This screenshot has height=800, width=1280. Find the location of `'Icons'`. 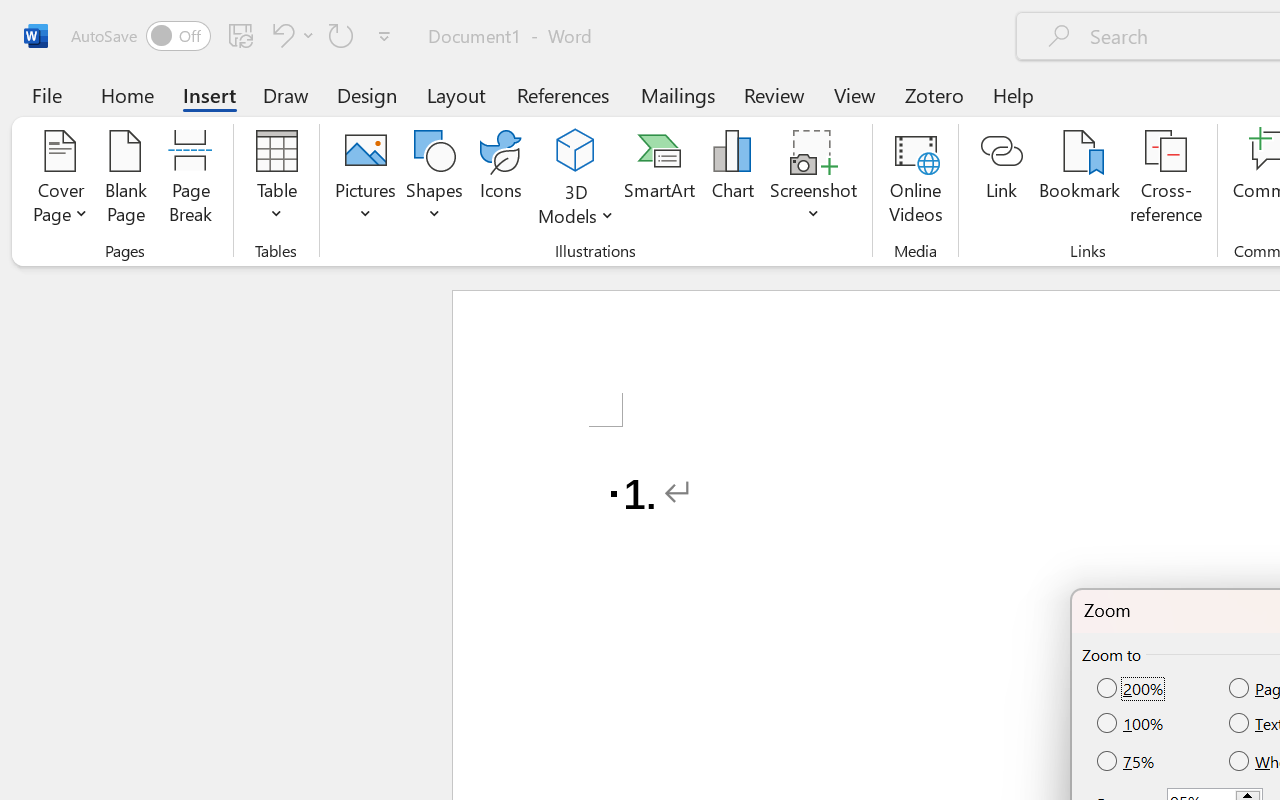

'Icons' is located at coordinates (501, 179).